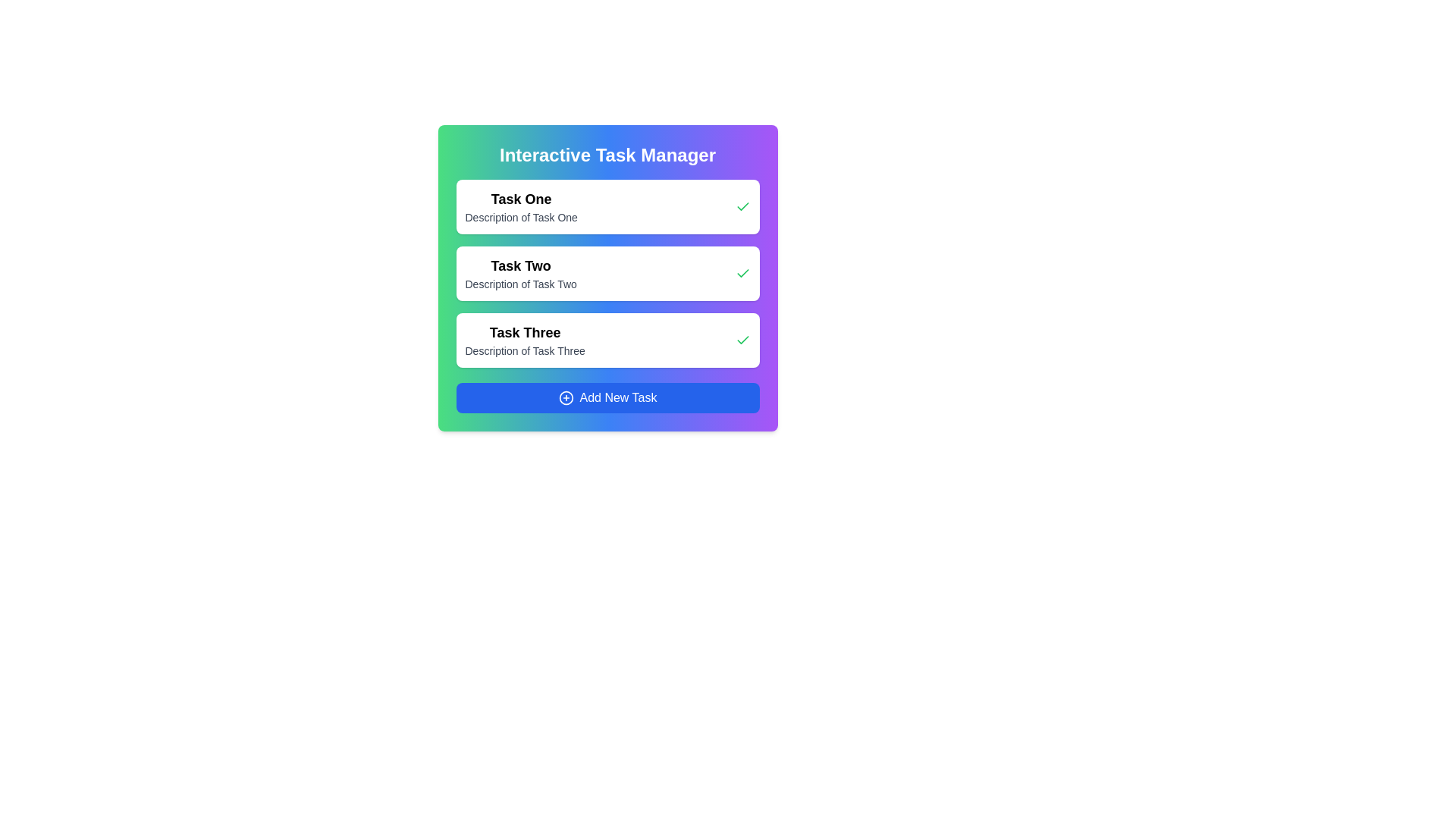 The width and height of the screenshot is (1456, 819). Describe the element at coordinates (525, 350) in the screenshot. I see `the static text label that reads 'Description of Task Three', which is located directly beneath the bold title 'Task Three' in the task list card` at that location.